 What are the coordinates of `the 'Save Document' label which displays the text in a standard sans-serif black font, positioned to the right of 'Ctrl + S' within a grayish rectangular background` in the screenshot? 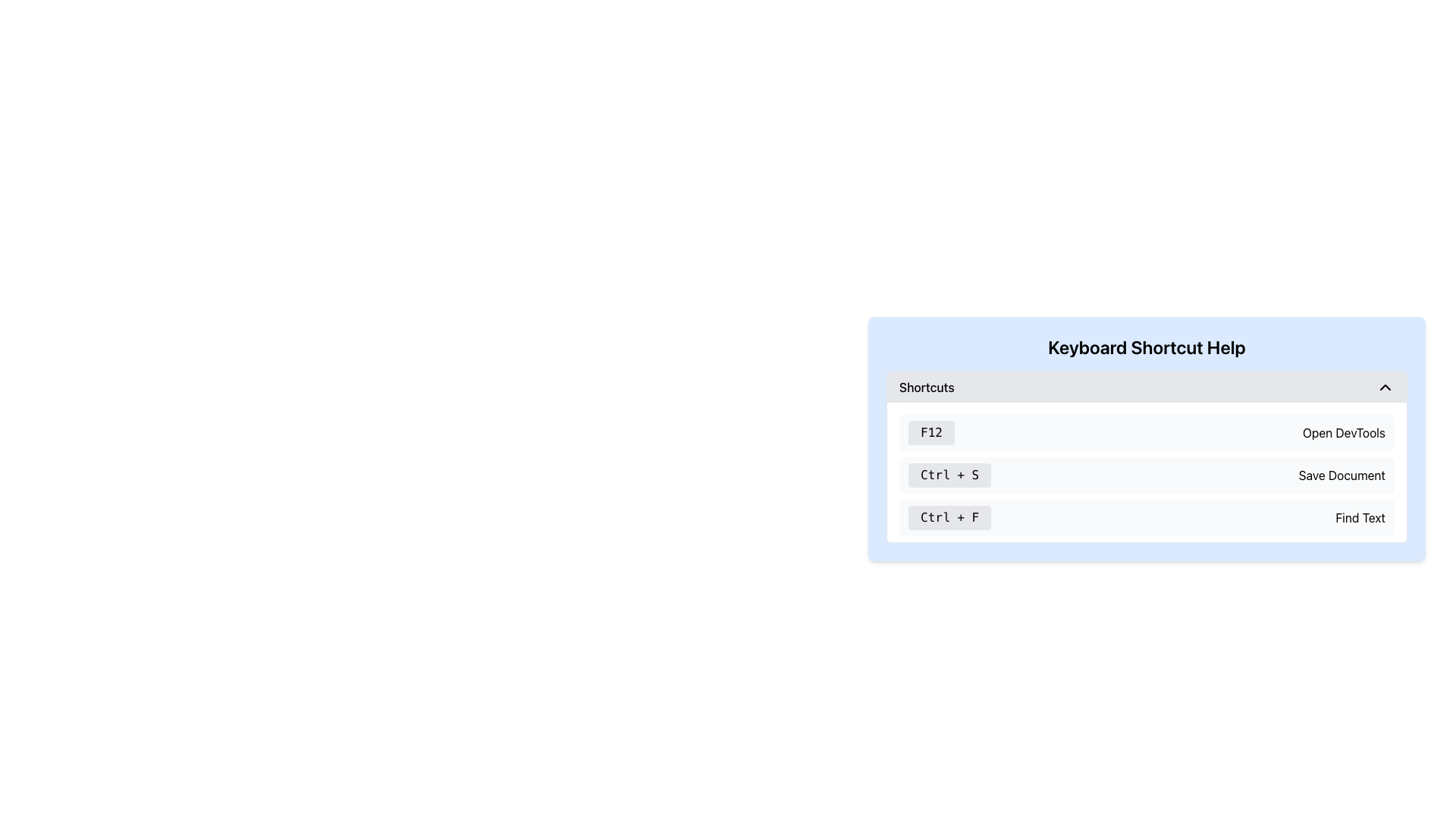 It's located at (1341, 475).